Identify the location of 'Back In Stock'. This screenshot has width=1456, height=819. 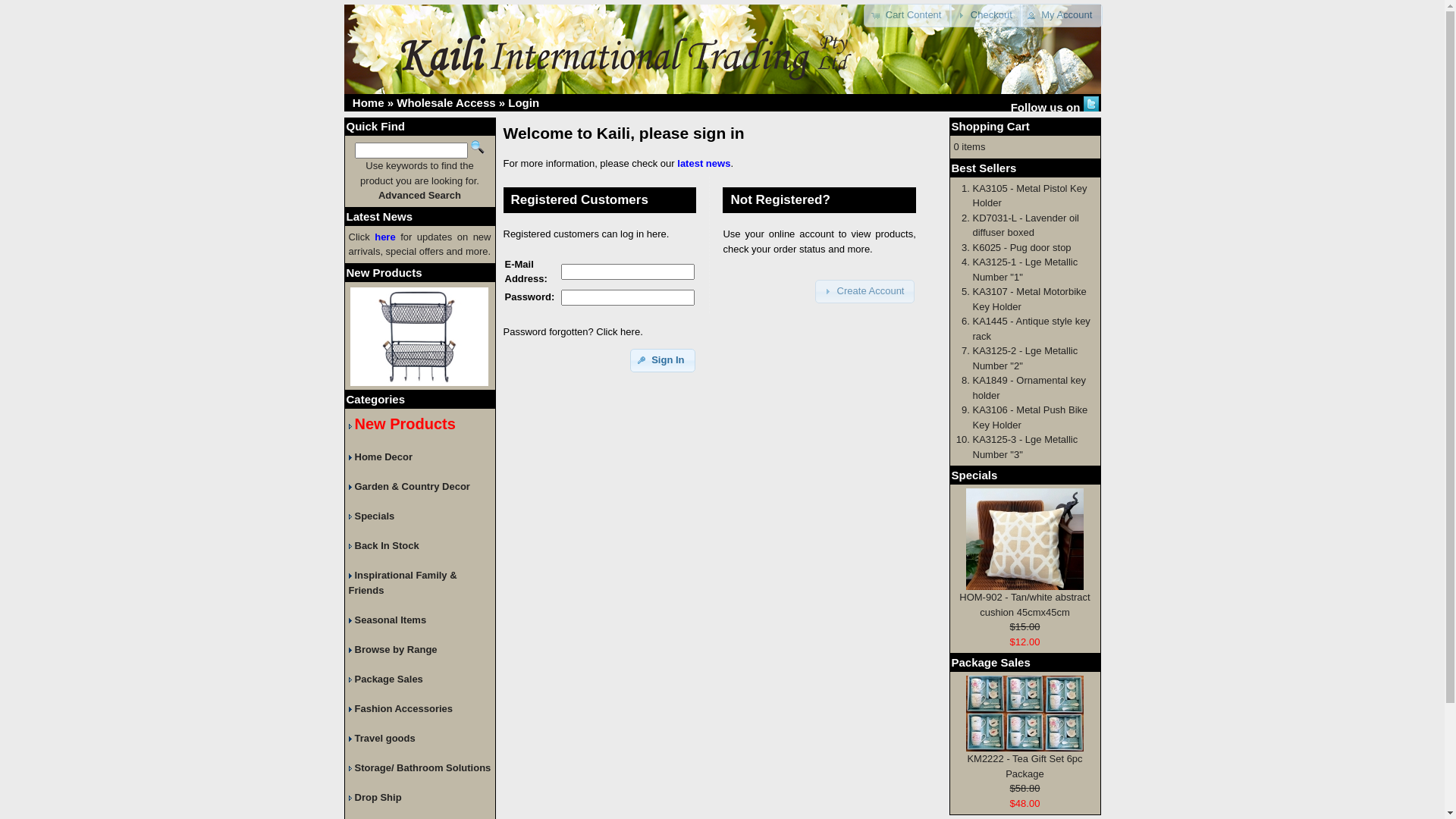
(384, 544).